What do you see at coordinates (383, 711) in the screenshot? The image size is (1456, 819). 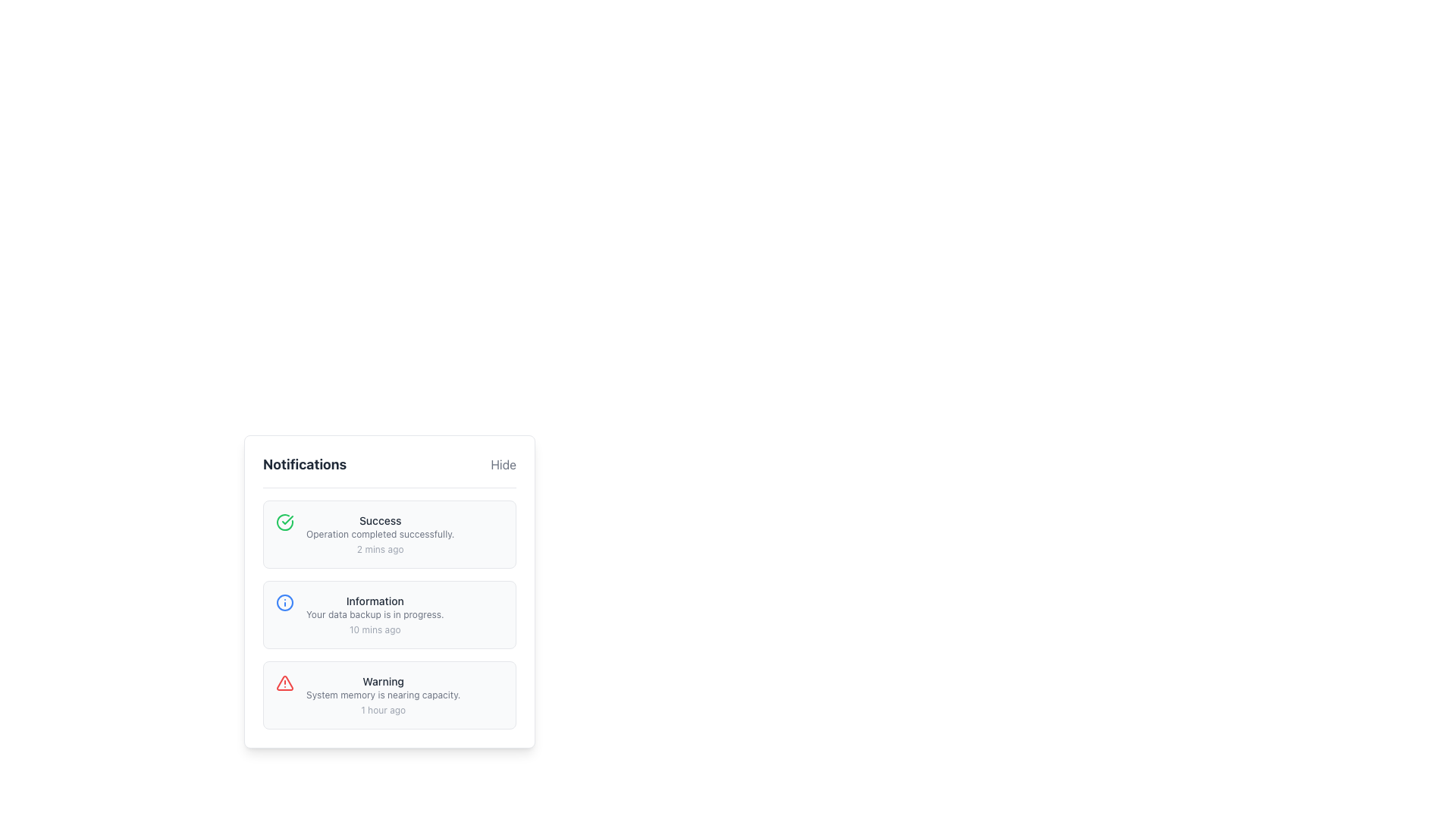 I see `the Label indicating the time elapsed since the notification was generated, located below the 'Warning' title and the message 'System memory is nearing capacity.' in the third notification block from the top` at bounding box center [383, 711].